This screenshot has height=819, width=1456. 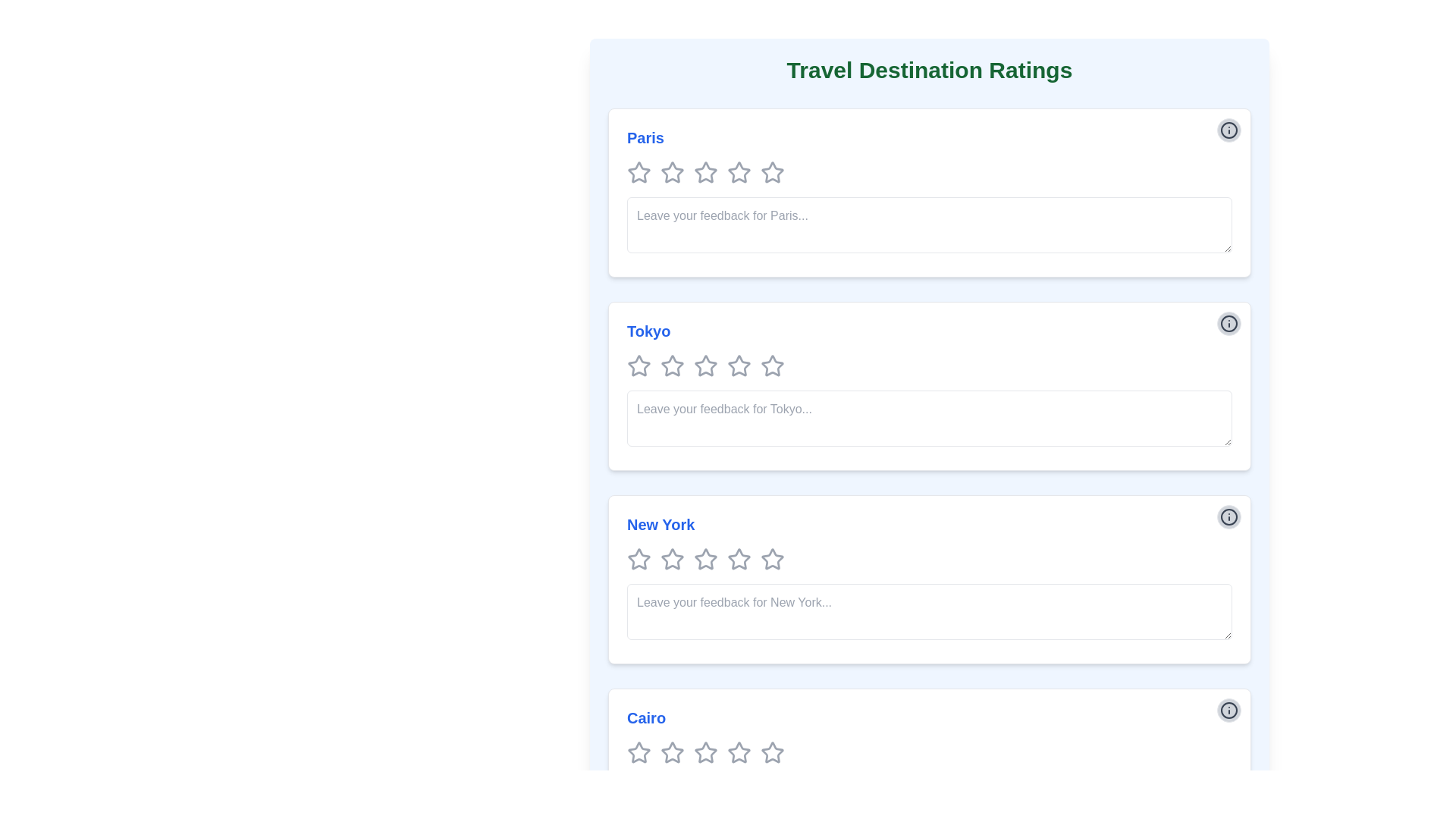 What do you see at coordinates (705, 171) in the screenshot?
I see `keyboard navigation` at bounding box center [705, 171].